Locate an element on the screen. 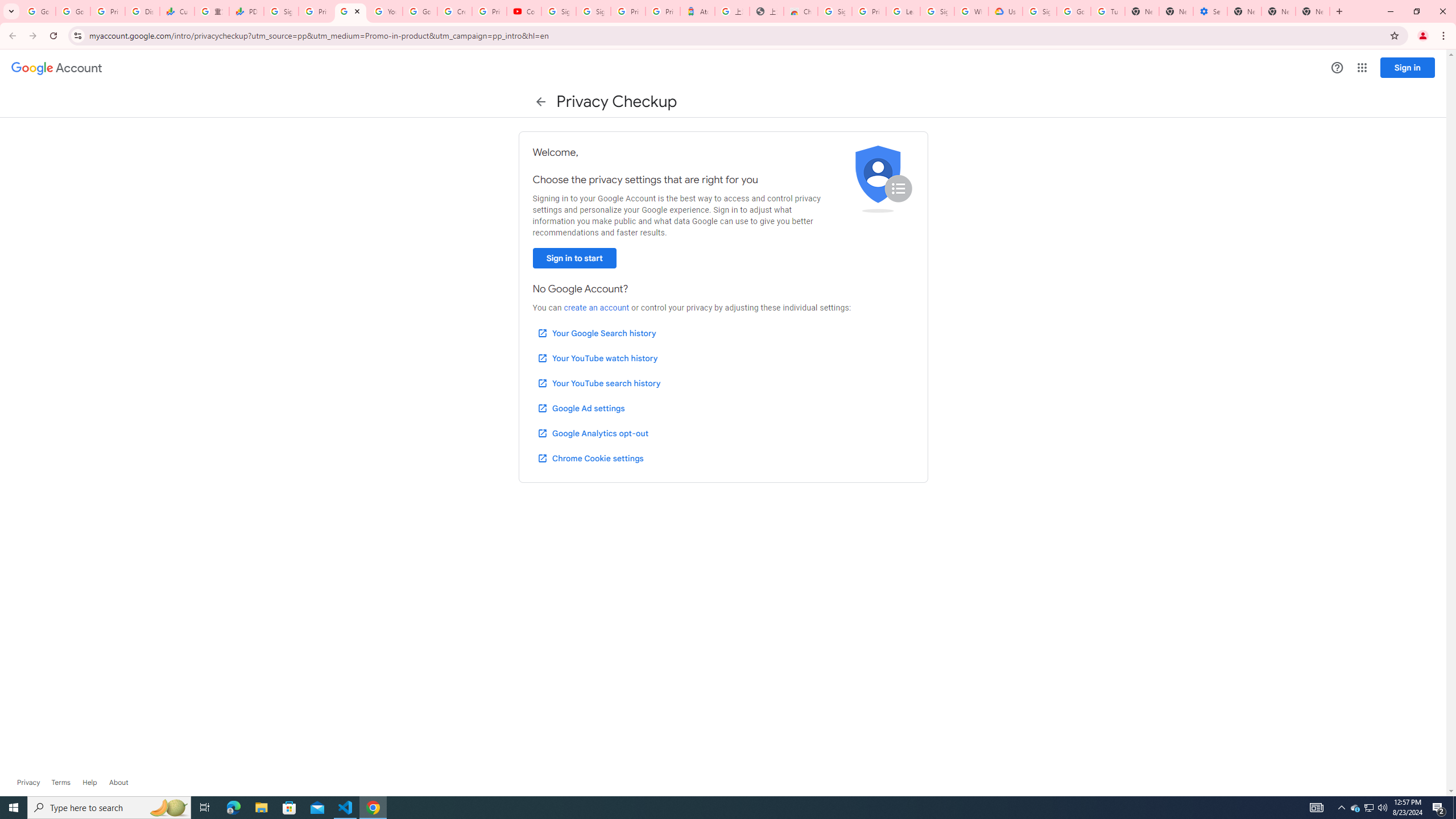 This screenshot has height=819, width=1456. 'Chrome Cookie settings' is located at coordinates (590, 457).